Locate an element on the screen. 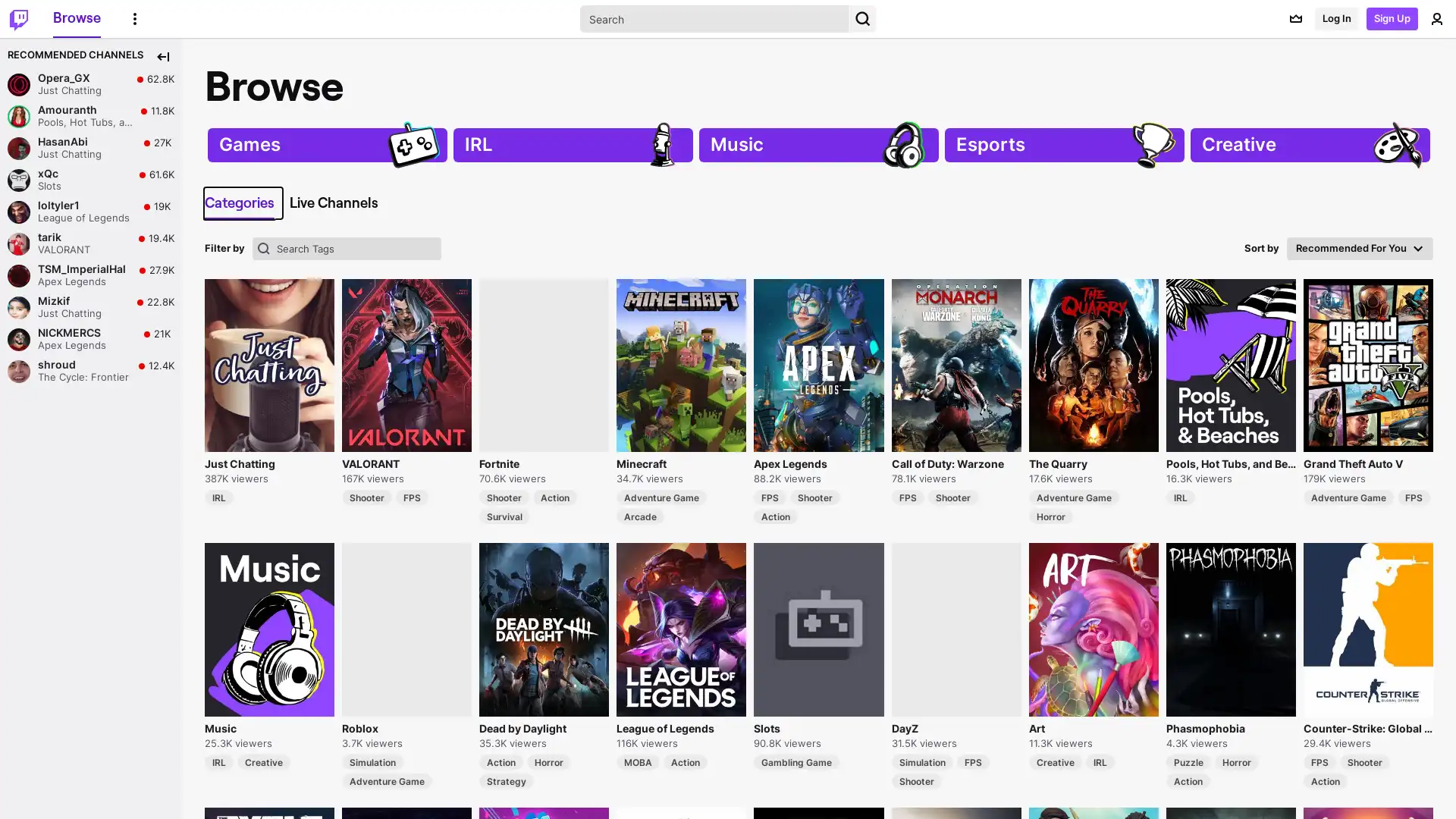 This screenshot has width=1456, height=819. Creative is located at coordinates (1054, 762).